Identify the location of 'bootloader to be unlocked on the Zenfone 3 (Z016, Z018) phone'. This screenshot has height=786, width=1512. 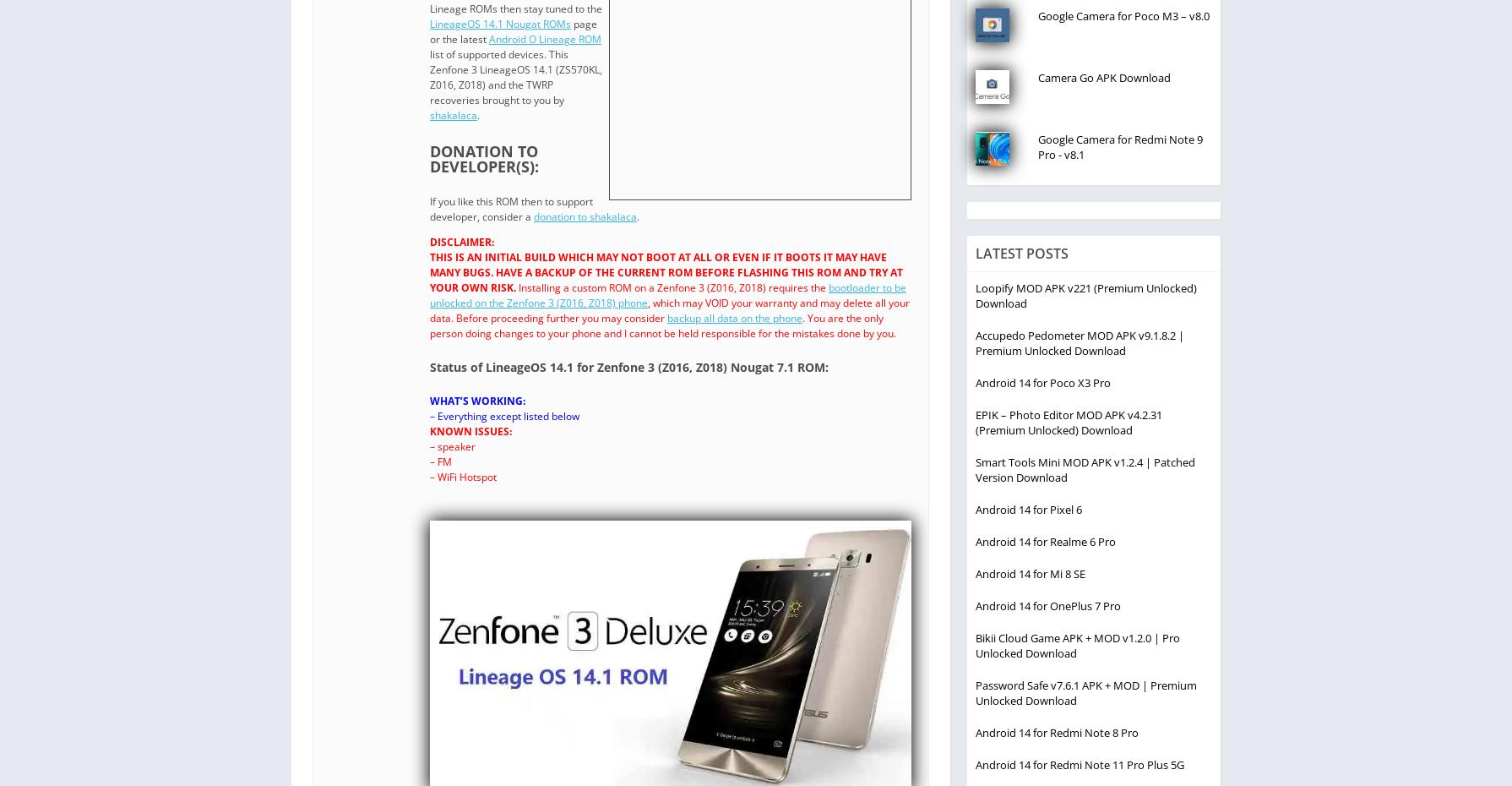
(667, 294).